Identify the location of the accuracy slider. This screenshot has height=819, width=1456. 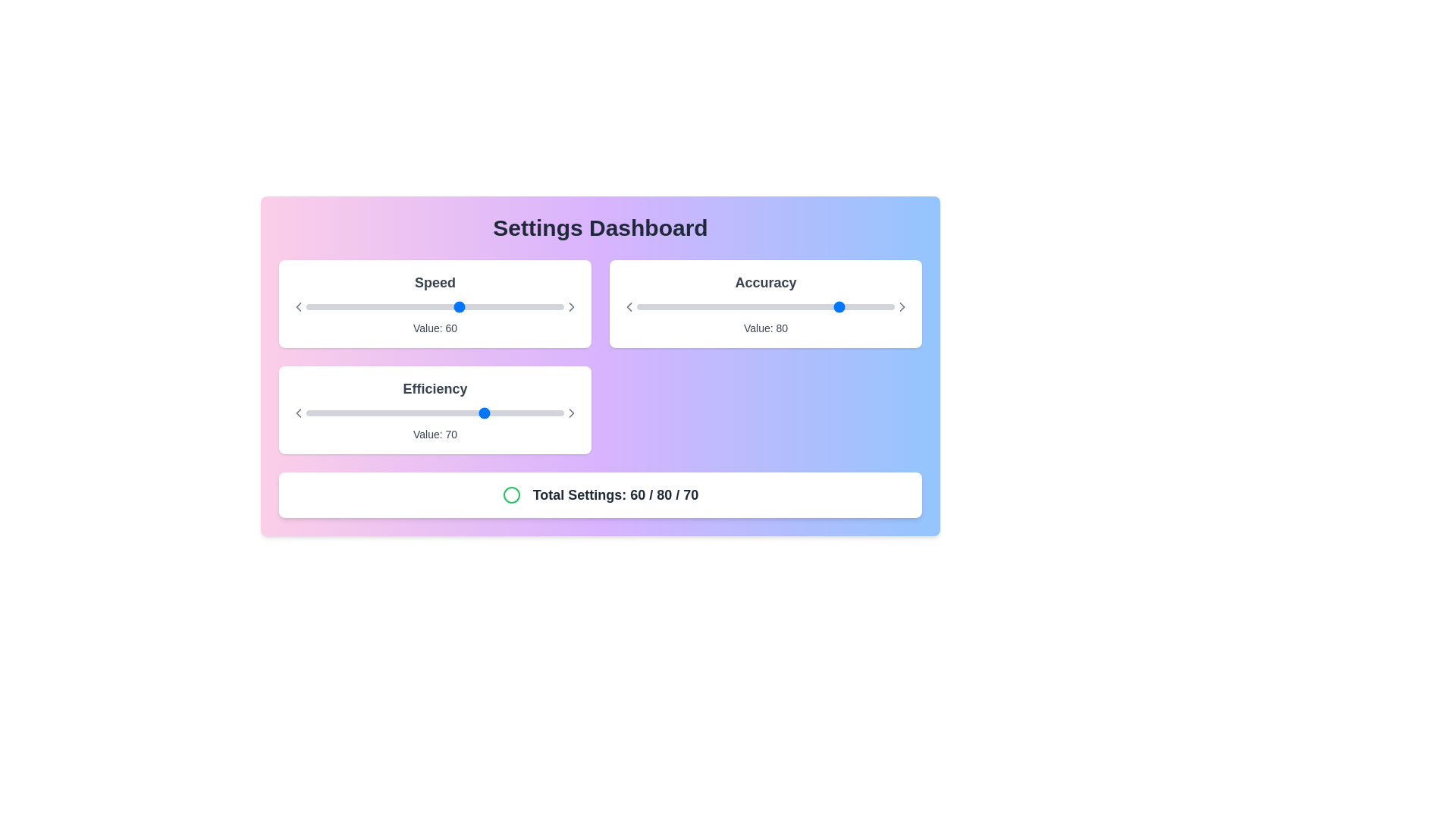
(786, 307).